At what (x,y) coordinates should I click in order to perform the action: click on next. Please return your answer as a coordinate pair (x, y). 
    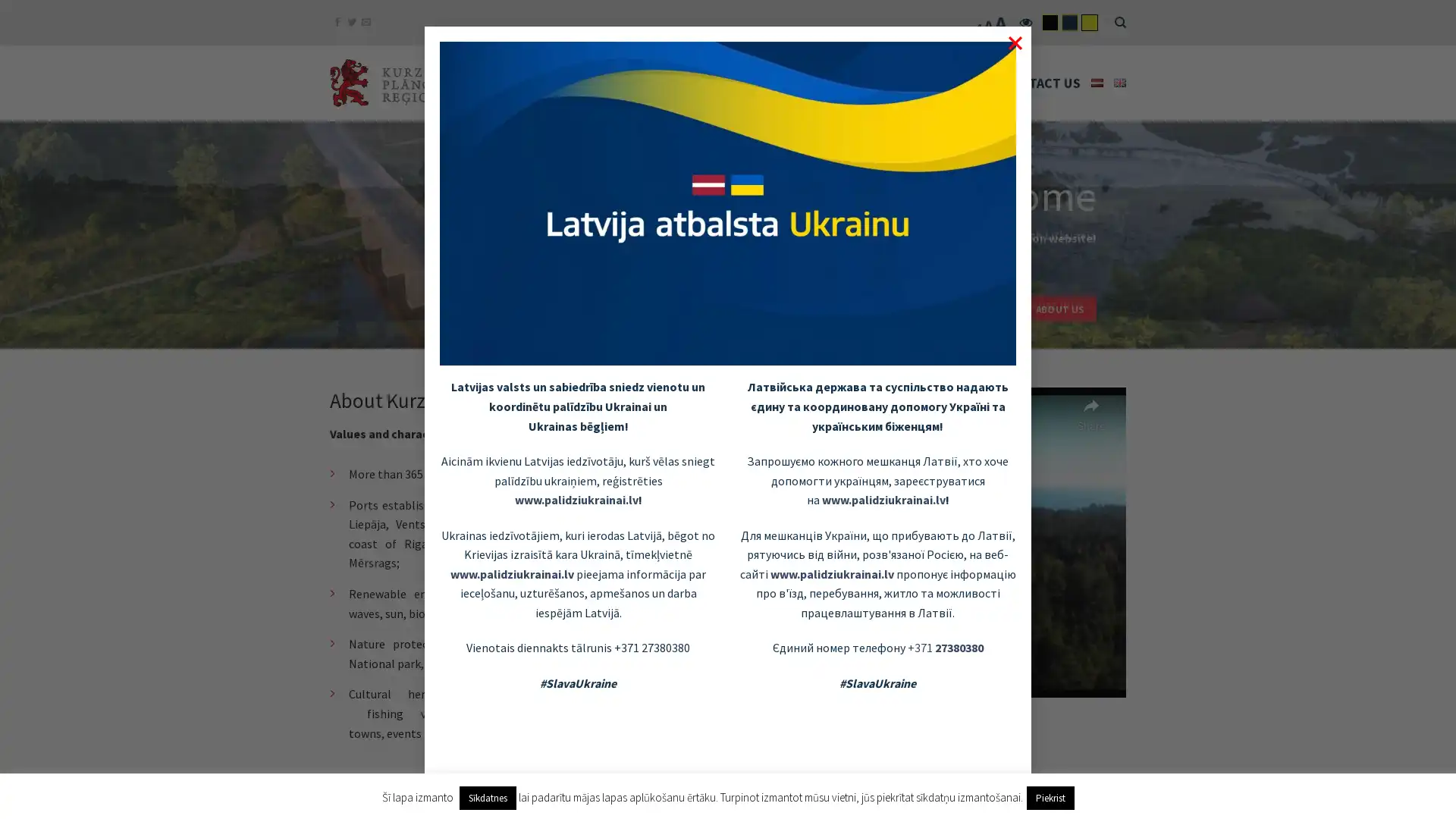
    Looking at the image, I should click on (1407, 234).